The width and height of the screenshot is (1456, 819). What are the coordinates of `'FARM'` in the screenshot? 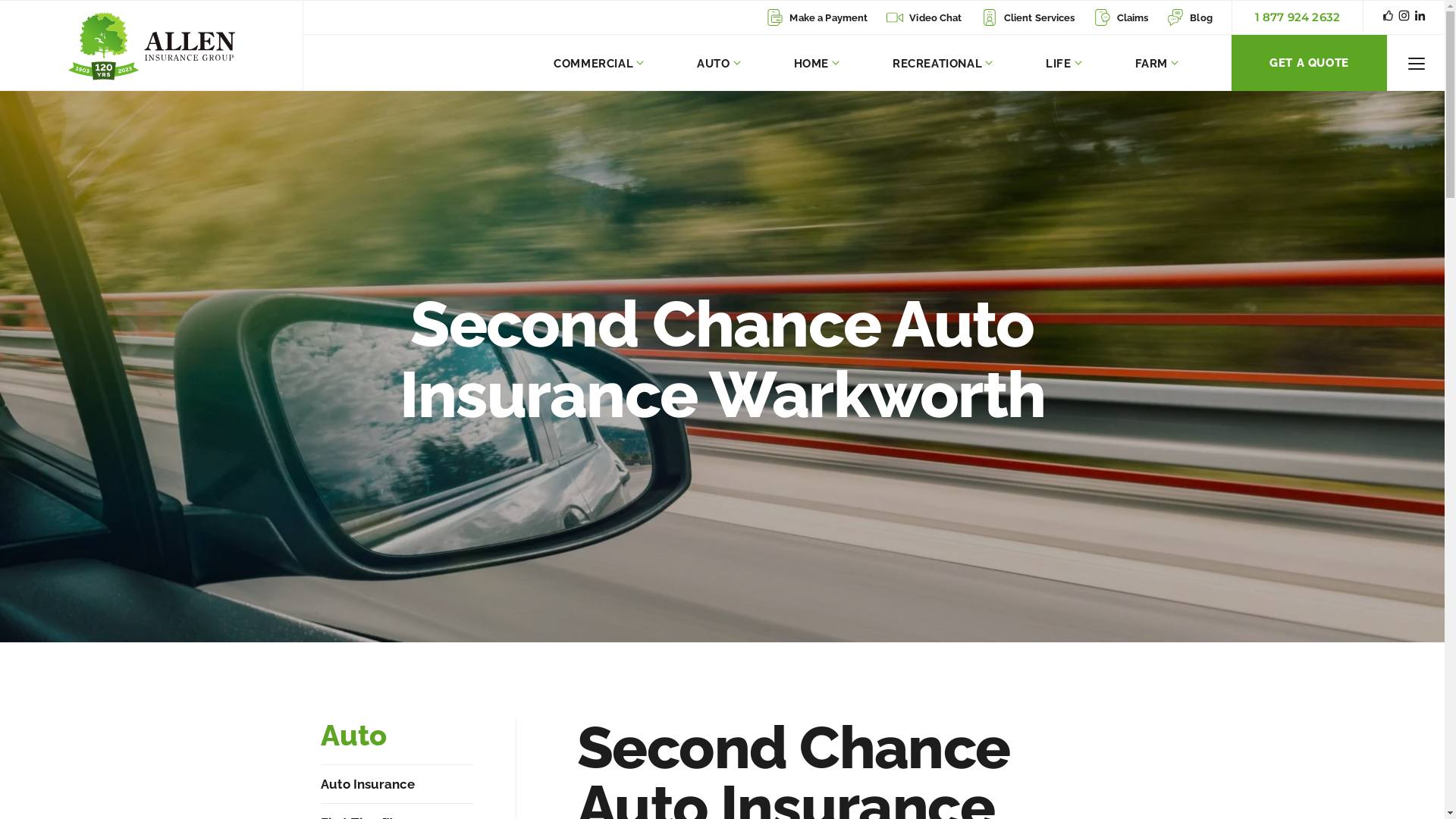 It's located at (1156, 62).